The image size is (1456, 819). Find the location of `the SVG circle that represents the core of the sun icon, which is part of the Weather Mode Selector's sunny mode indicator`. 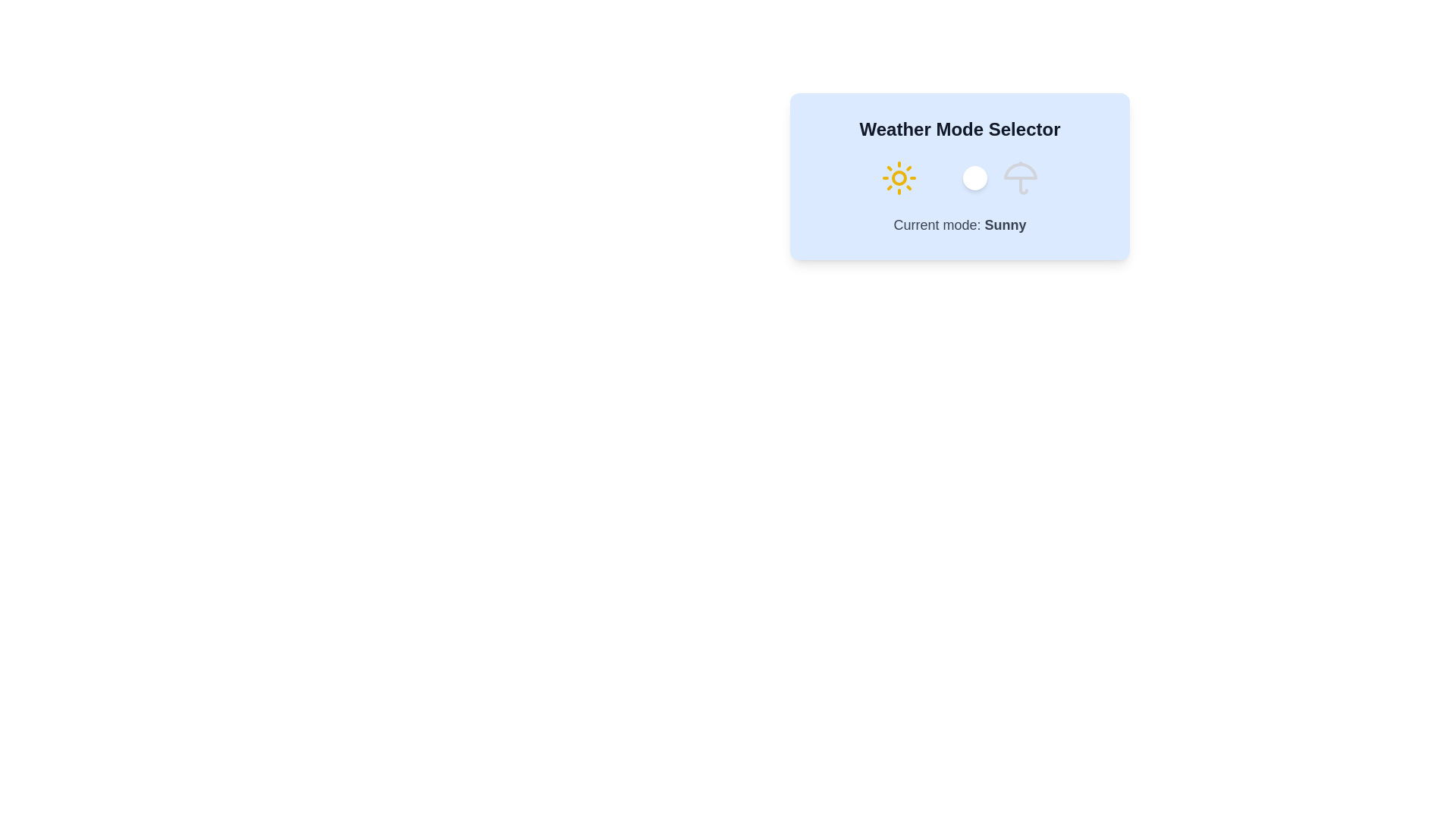

the SVG circle that represents the core of the sun icon, which is part of the Weather Mode Selector's sunny mode indicator is located at coordinates (899, 177).